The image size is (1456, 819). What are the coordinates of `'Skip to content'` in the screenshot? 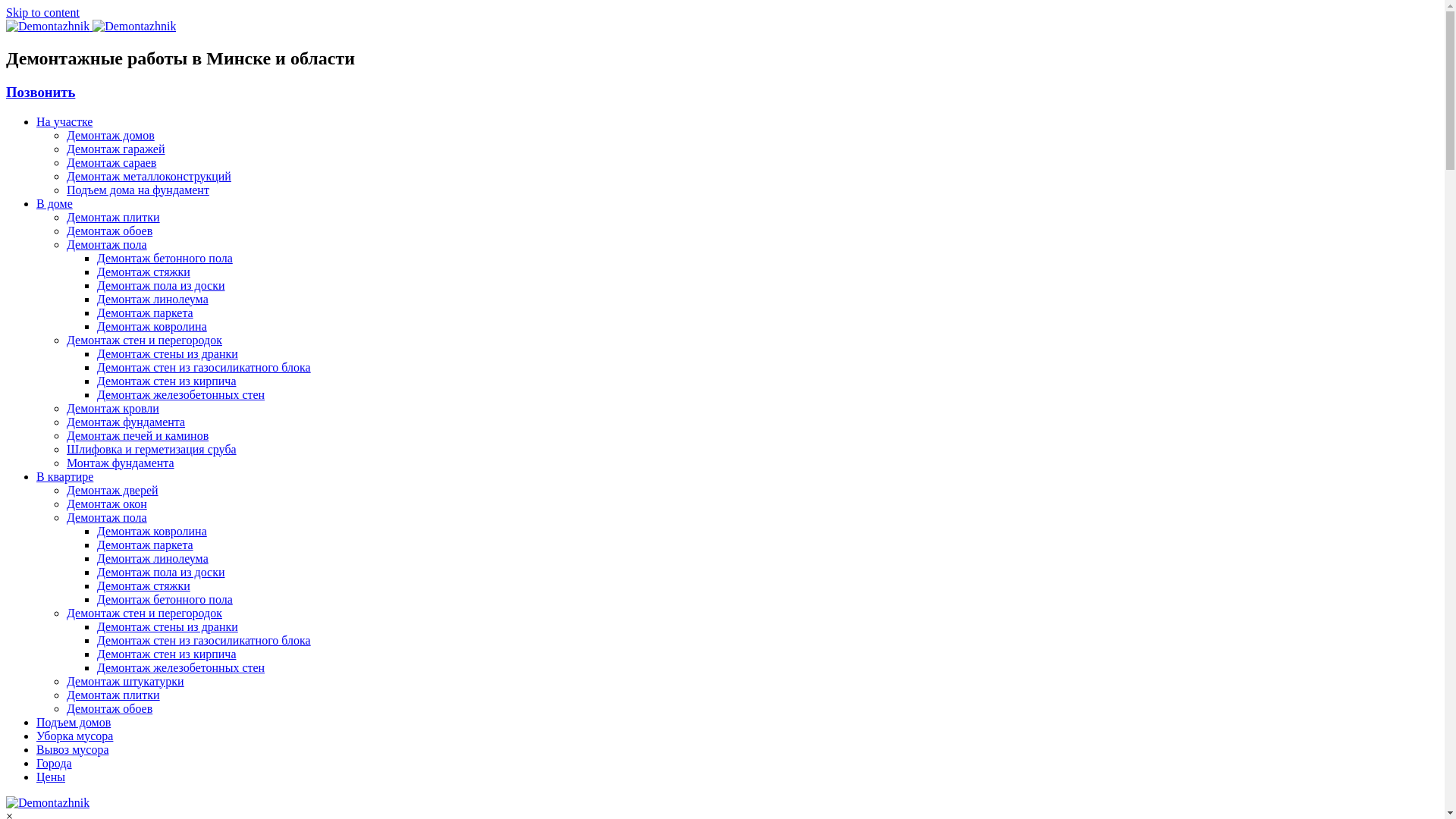 It's located at (42, 12).